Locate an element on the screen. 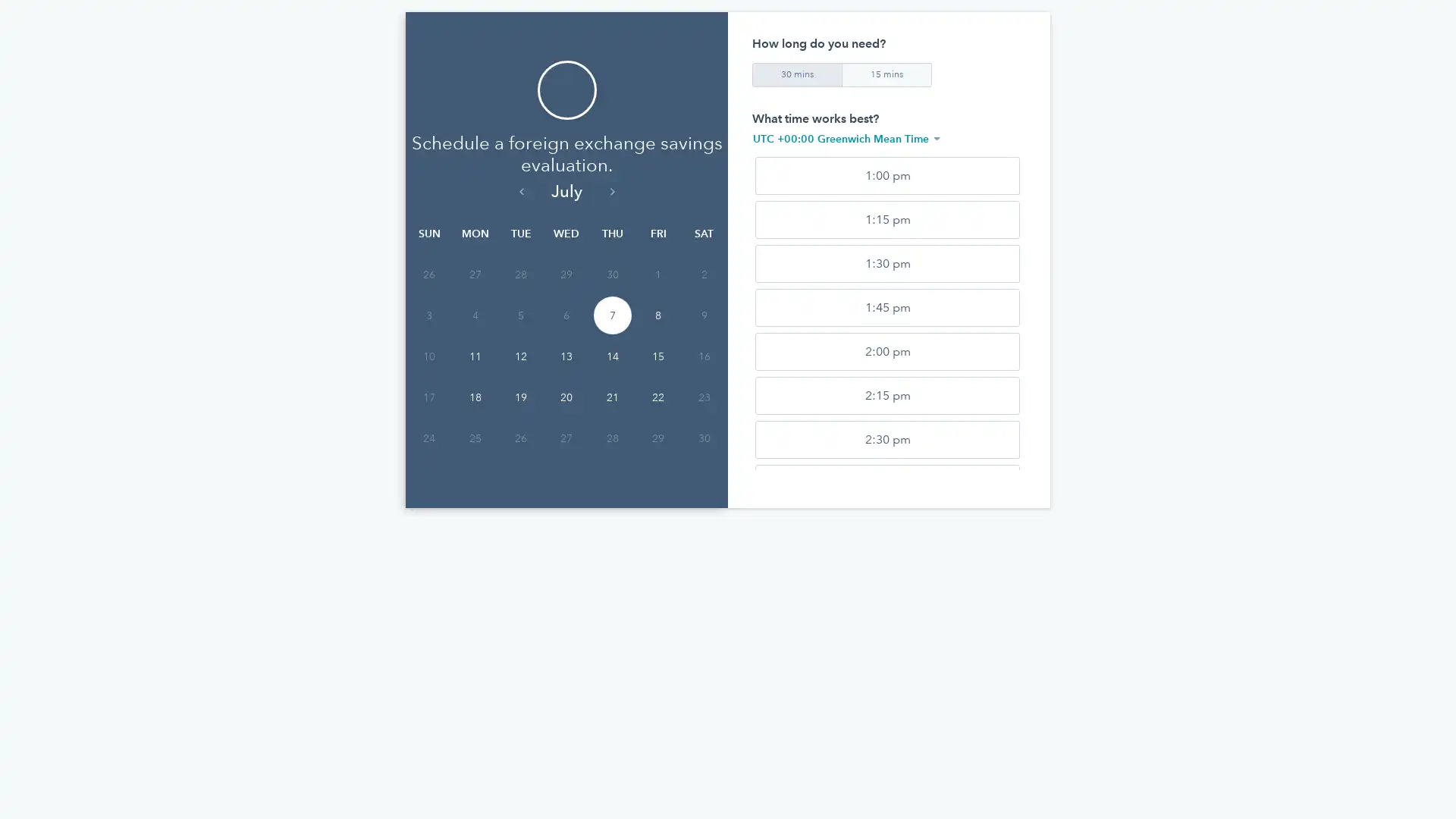 This screenshot has width=1456, height=819. July 20th is located at coordinates (566, 397).